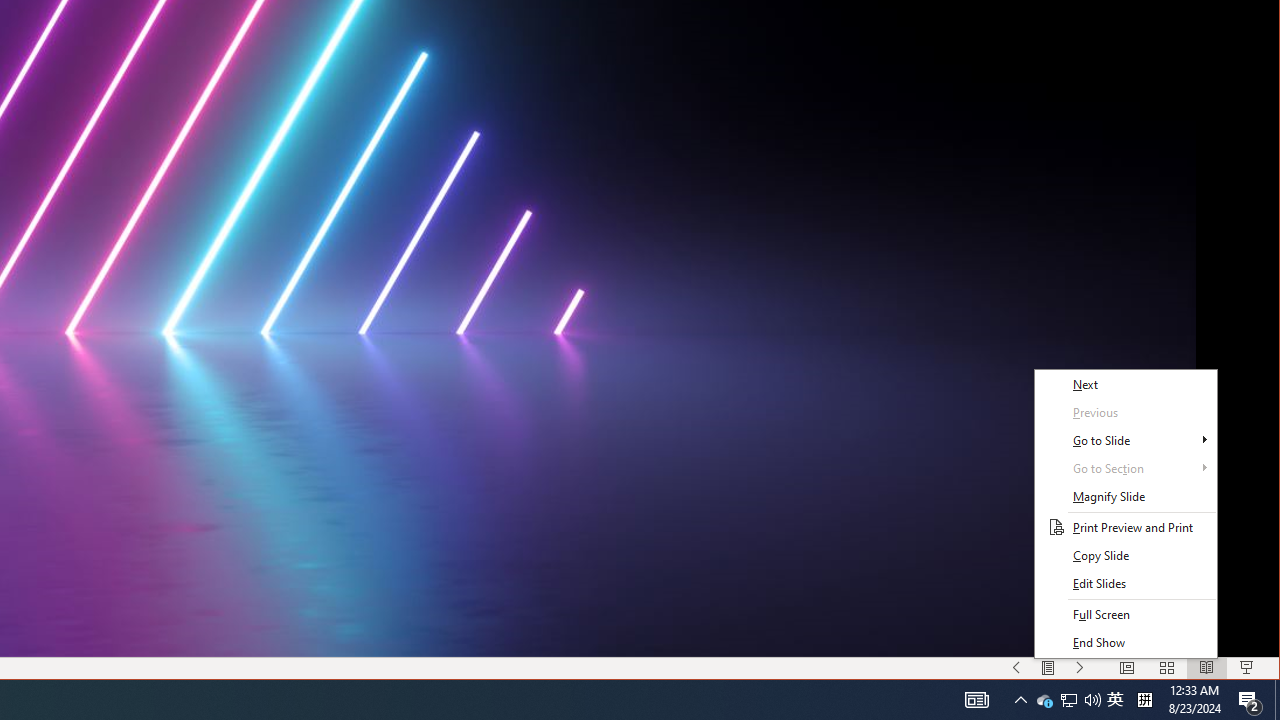  I want to click on 'Full Screen', so click(1125, 614).